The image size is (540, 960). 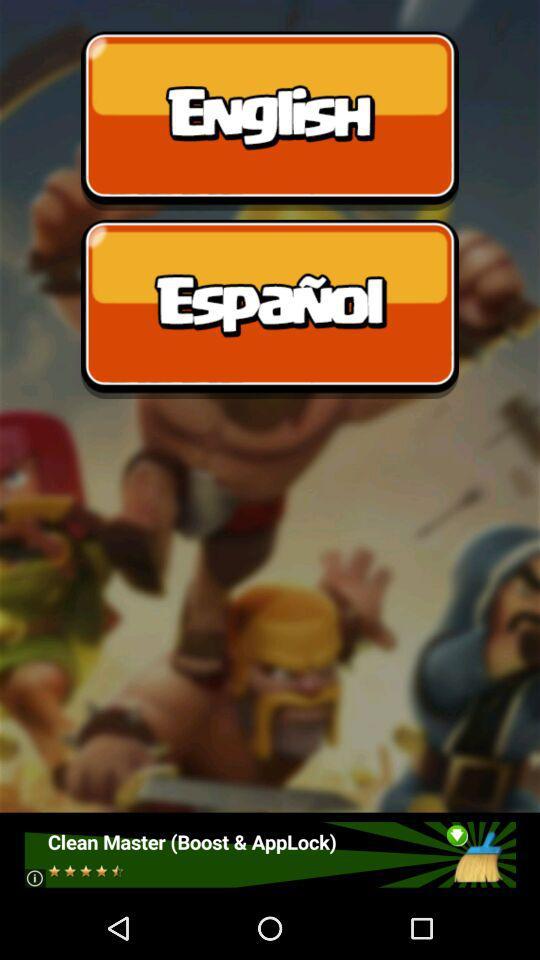 I want to click on click the advertisement, so click(x=269, y=853).